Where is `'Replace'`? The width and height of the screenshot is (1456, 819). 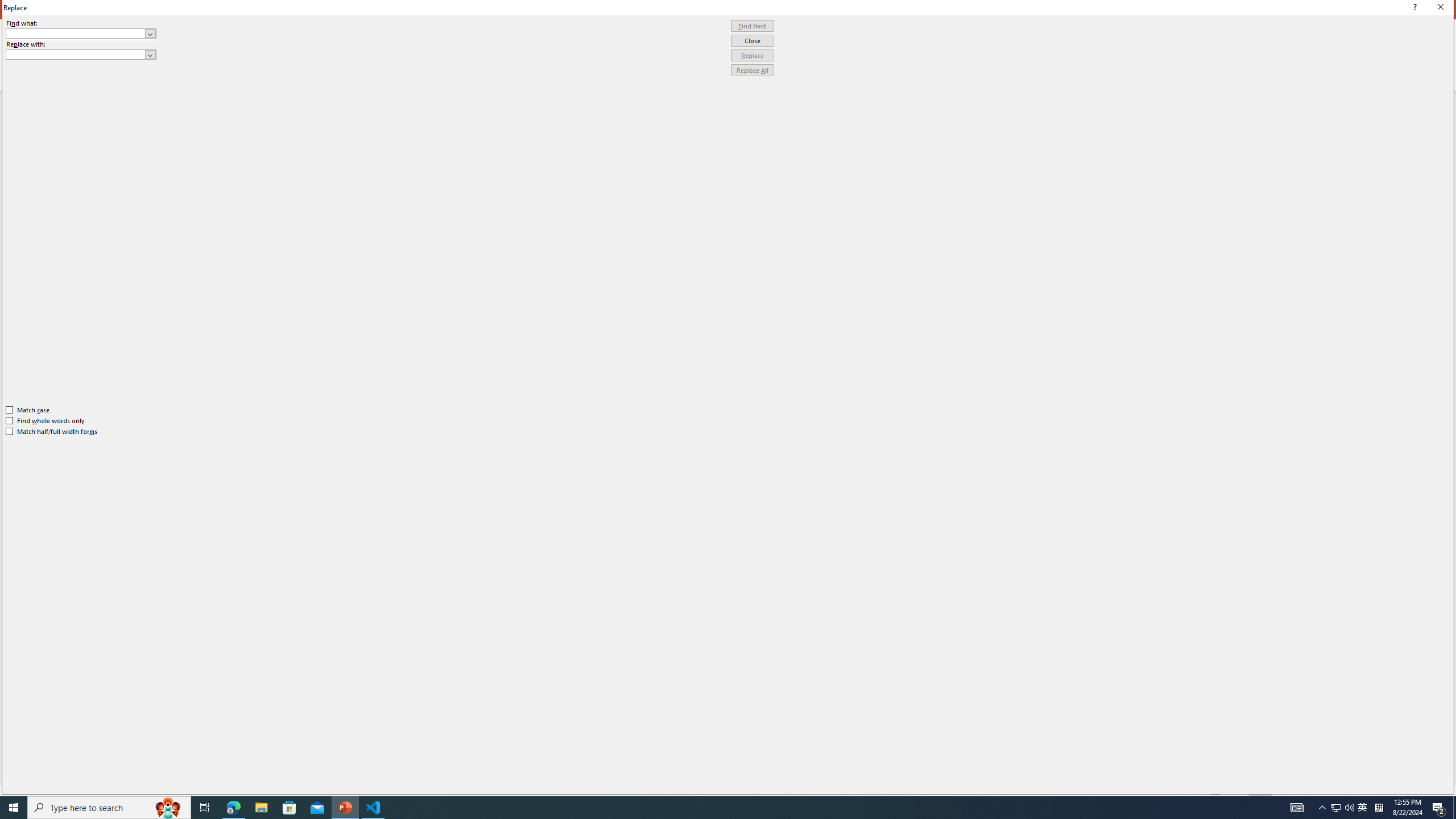
'Replace' is located at coordinates (752, 55).